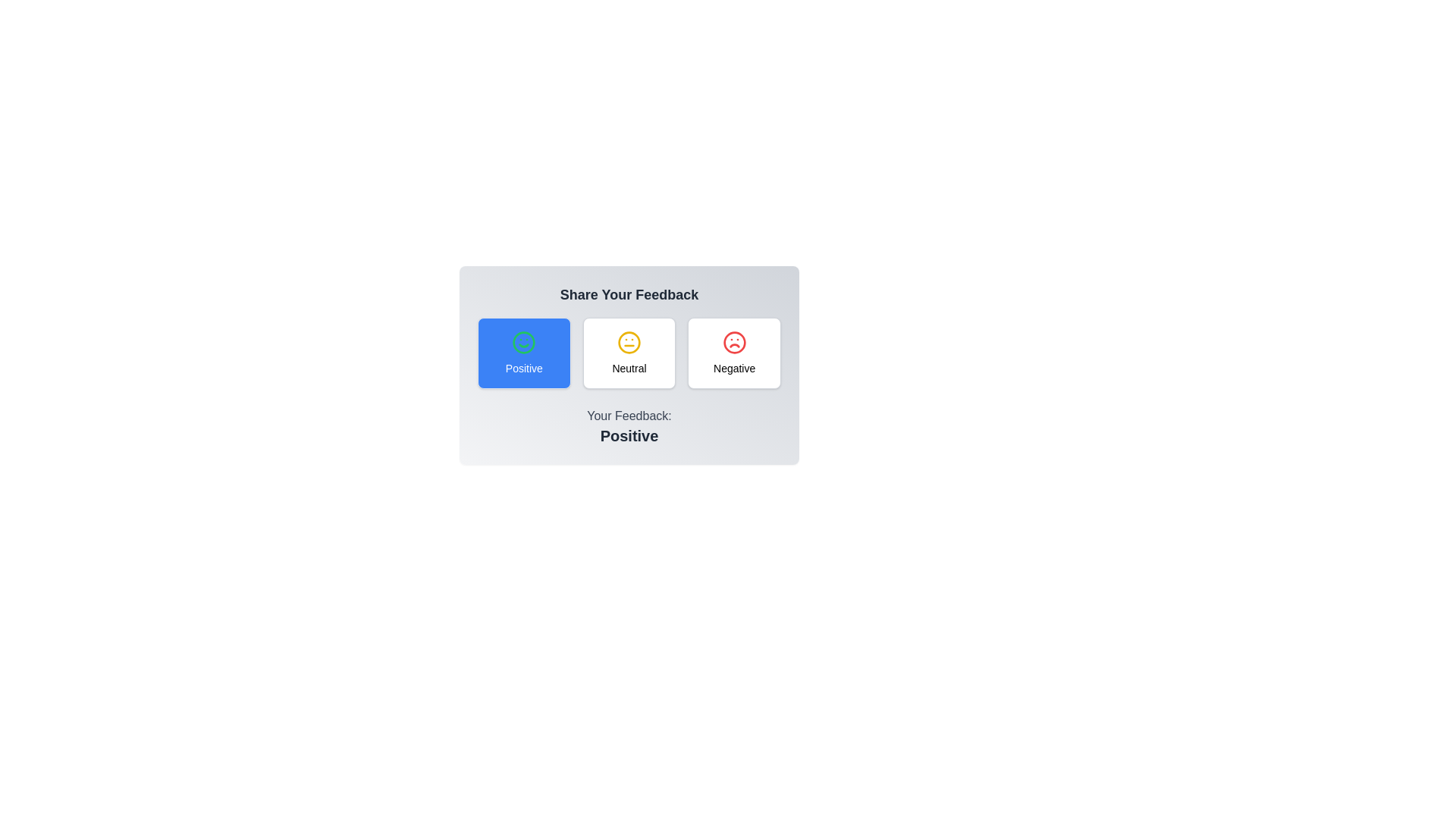 This screenshot has height=819, width=1456. Describe the element at coordinates (734, 353) in the screenshot. I see `the feedback button labeled Negative` at that location.